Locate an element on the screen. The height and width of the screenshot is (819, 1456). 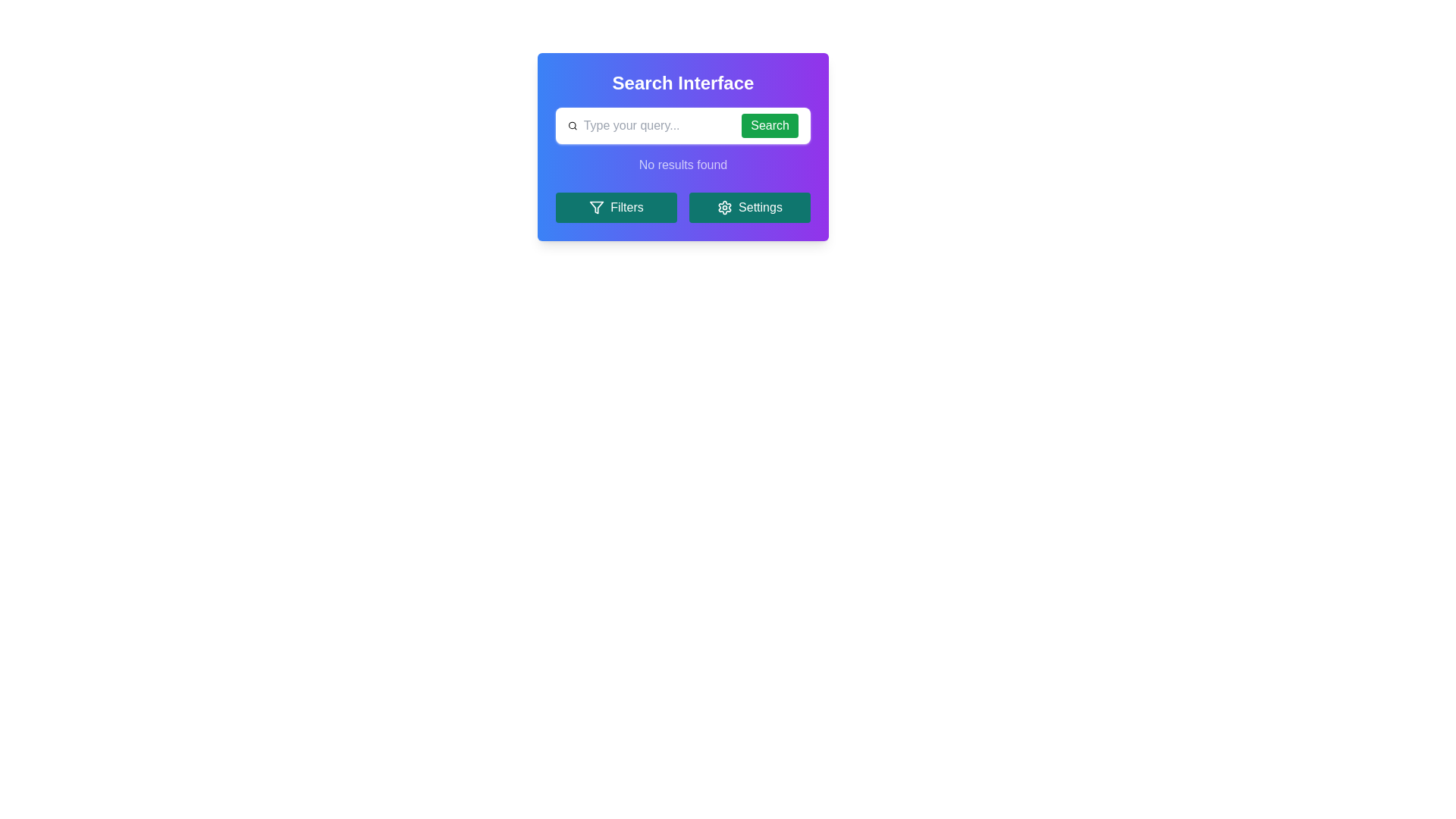
the 'Settings' button, which is a rectangular button with a teal background and a gear icon, located near the bottom center of the interface is located at coordinates (749, 207).